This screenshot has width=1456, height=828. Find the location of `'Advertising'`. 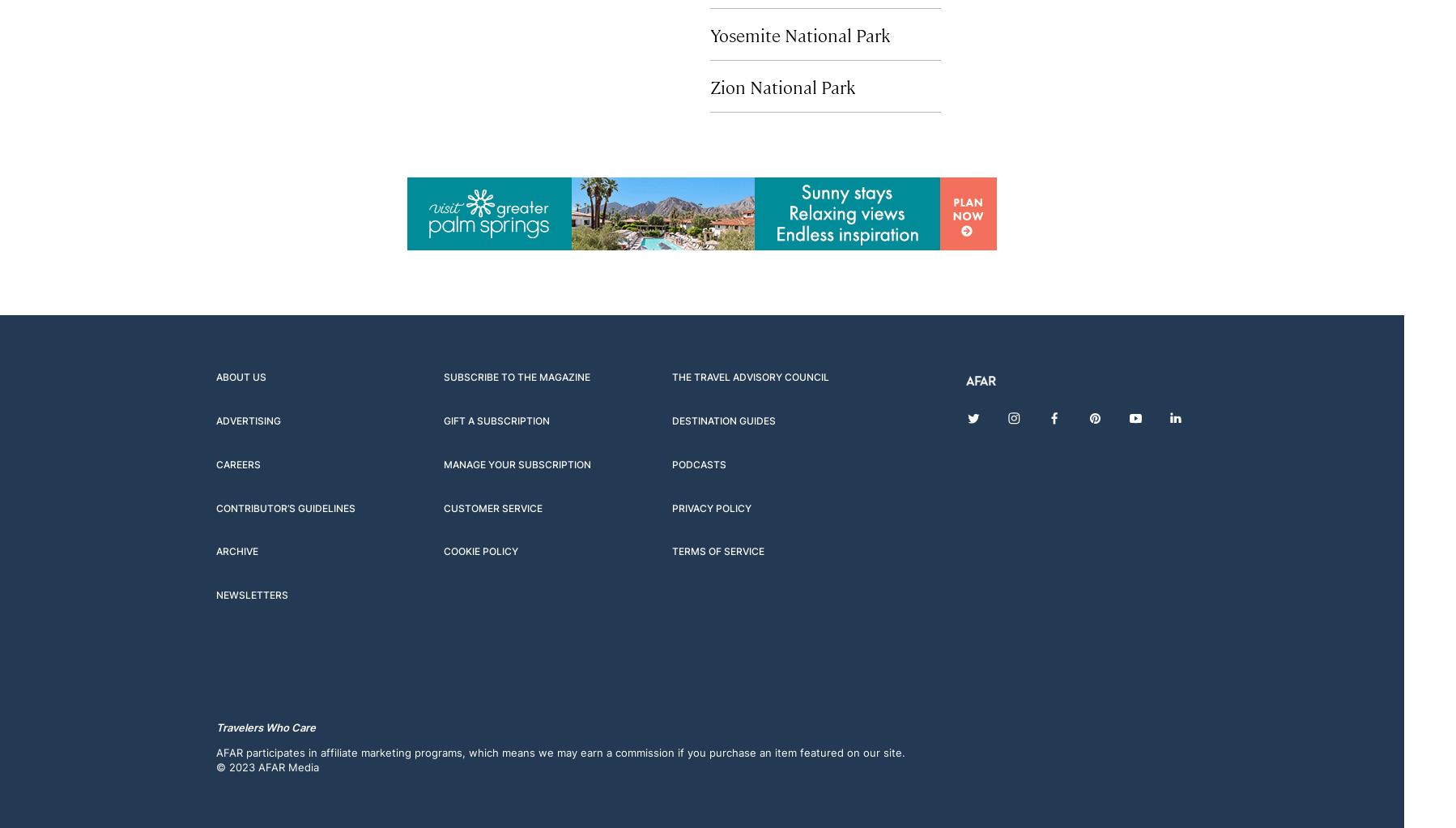

'Advertising' is located at coordinates (216, 420).